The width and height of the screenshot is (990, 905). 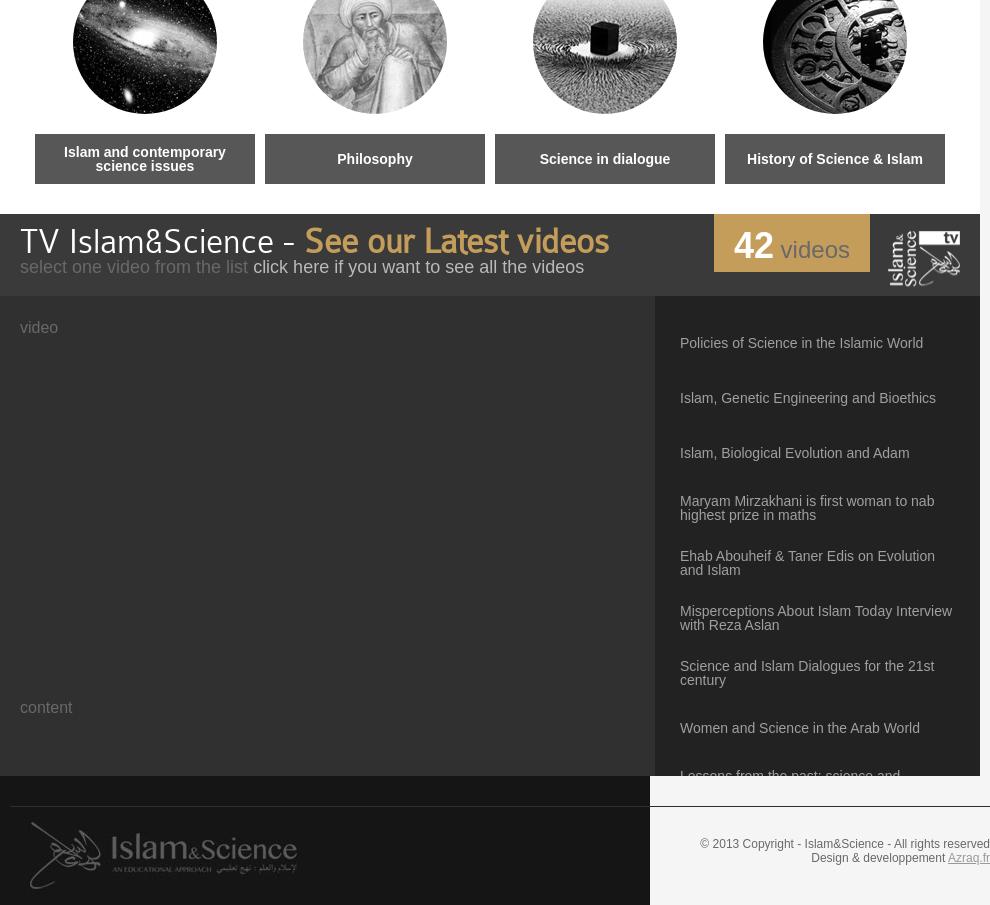 I want to click on 'Azraq.fr', so click(x=968, y=857).